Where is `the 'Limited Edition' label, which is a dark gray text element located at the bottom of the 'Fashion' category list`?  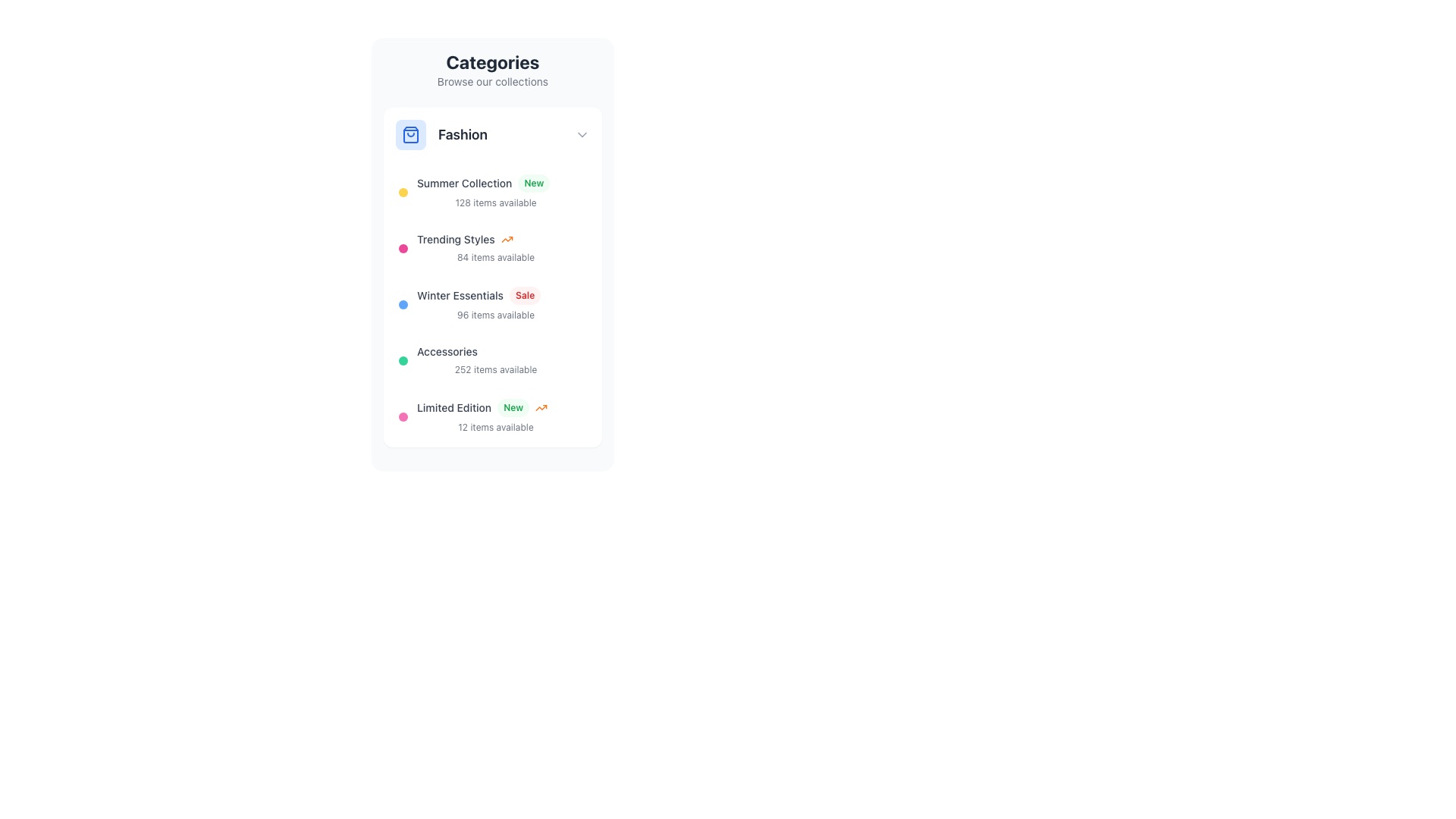
the 'Limited Edition' label, which is a dark gray text element located at the bottom of the 'Fashion' category list is located at coordinates (453, 406).